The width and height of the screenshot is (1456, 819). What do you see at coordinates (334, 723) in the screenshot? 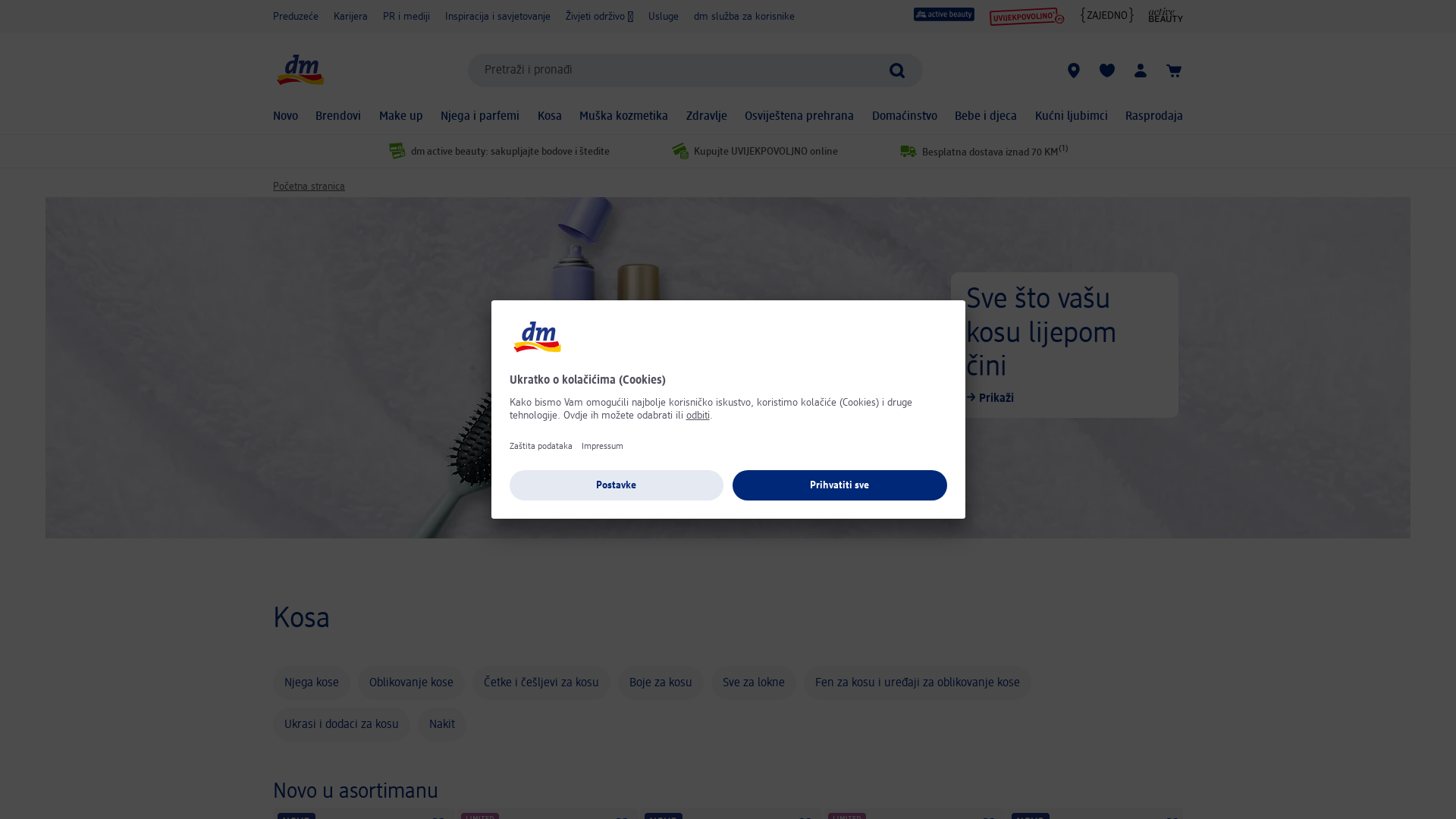
I see `'Ukrasi i dodaci za kosu'` at bounding box center [334, 723].